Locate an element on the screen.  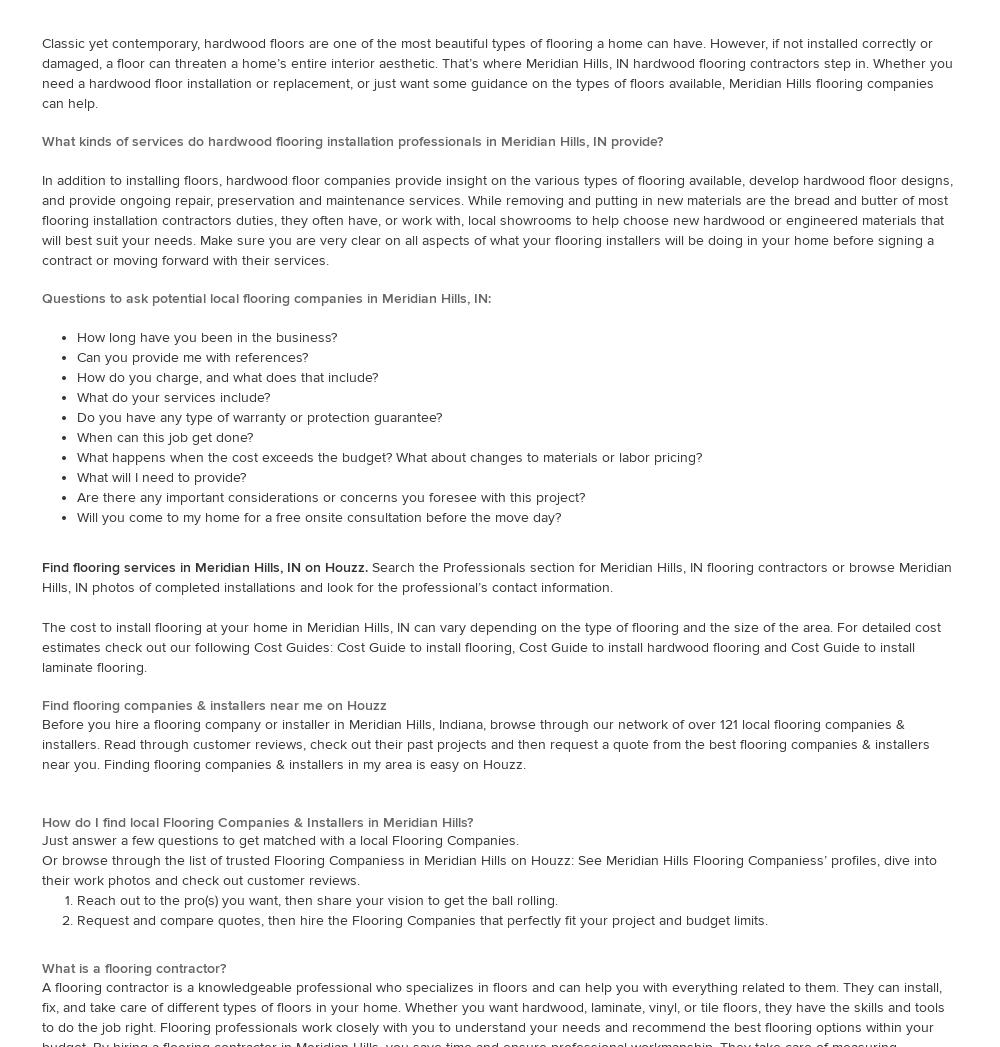
'What will I need to provide?' is located at coordinates (161, 475).